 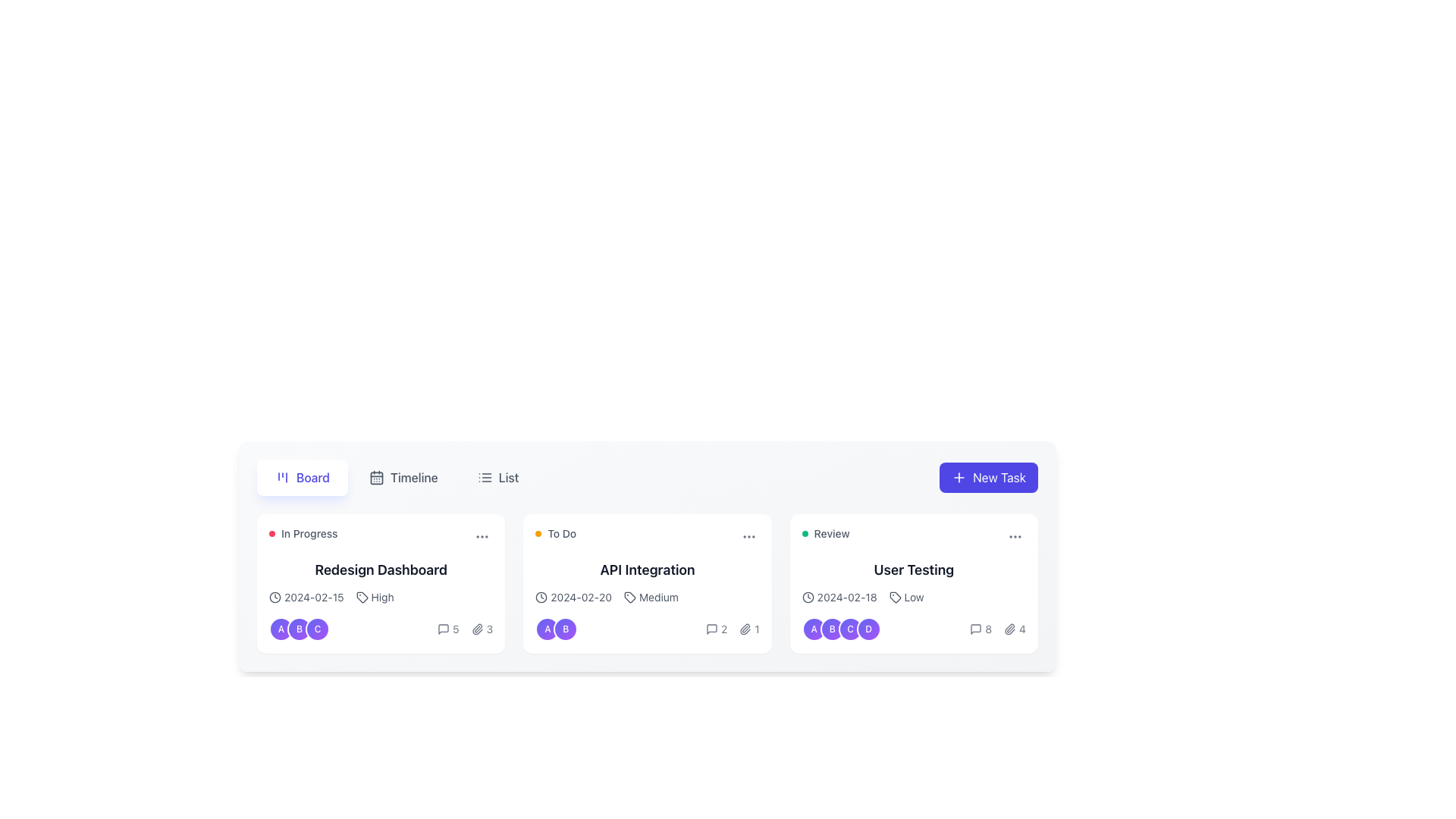 I want to click on the 'New Task' icon located at the upper-right section of the interface, which indicates the addition of a new task, so click(x=959, y=476).